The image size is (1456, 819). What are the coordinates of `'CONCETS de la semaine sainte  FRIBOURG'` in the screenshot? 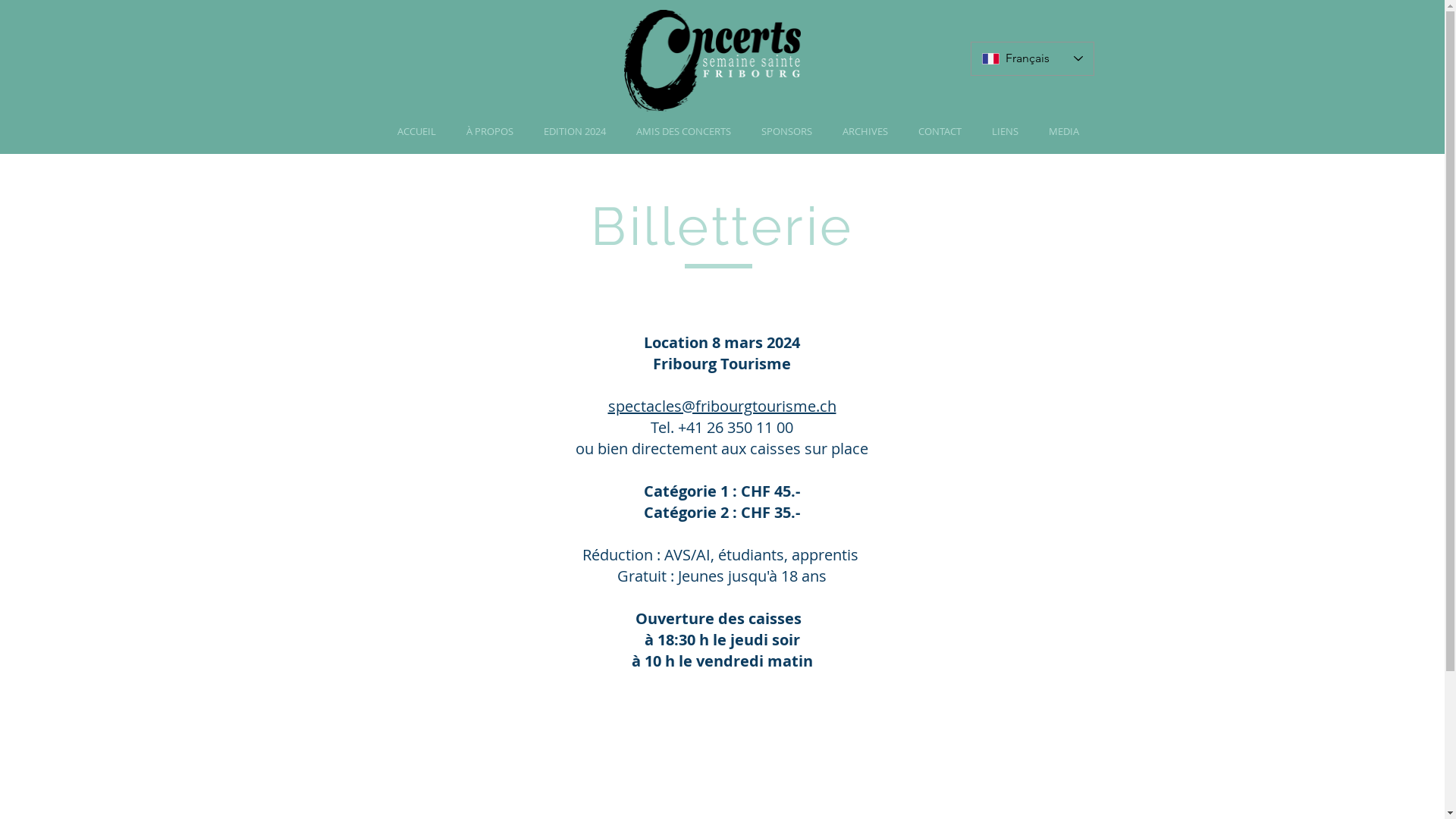 It's located at (711, 62).